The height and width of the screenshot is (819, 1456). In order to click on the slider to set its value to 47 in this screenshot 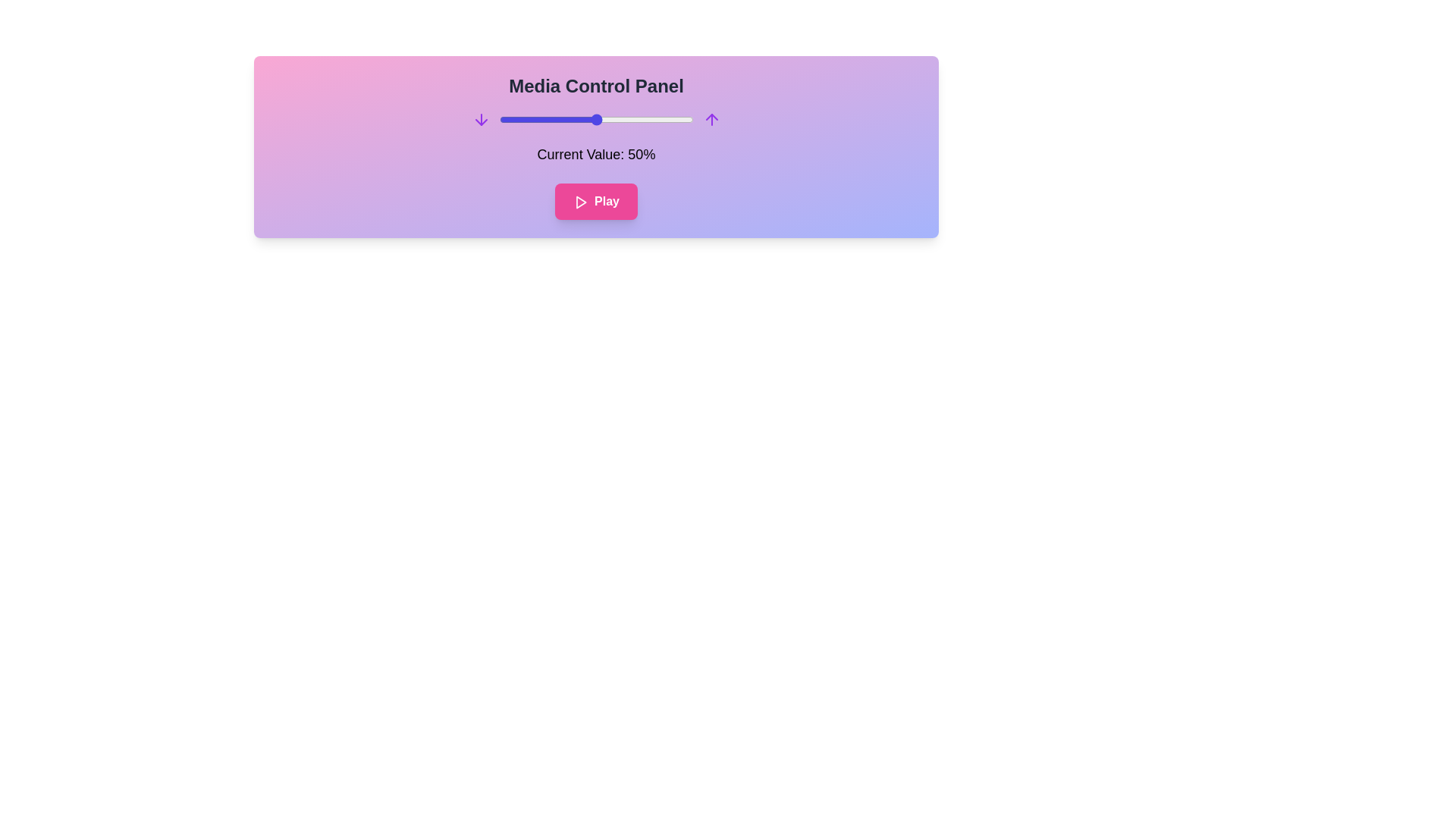, I will do `click(589, 119)`.